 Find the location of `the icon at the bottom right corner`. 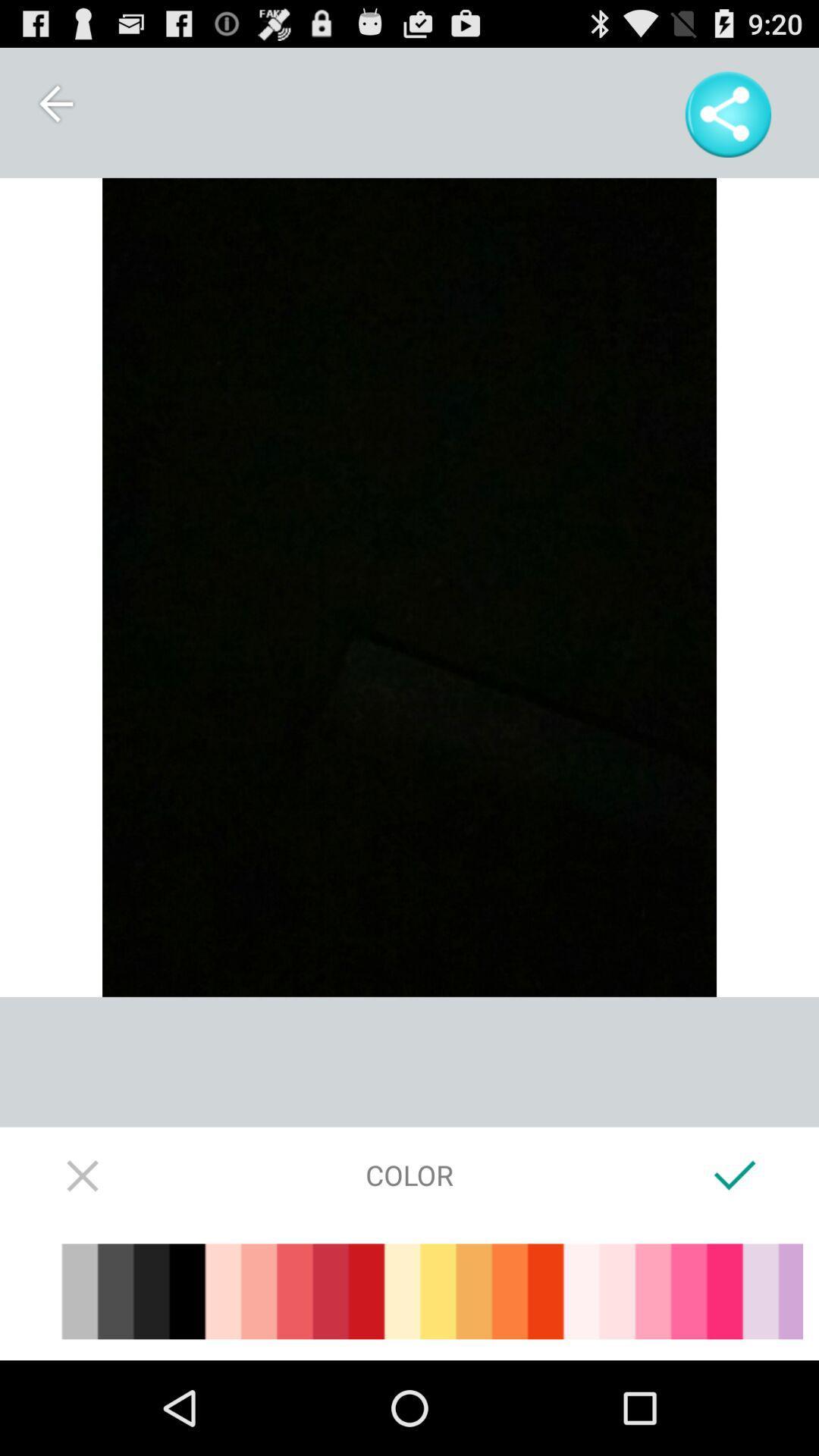

the icon at the bottom right corner is located at coordinates (734, 1174).